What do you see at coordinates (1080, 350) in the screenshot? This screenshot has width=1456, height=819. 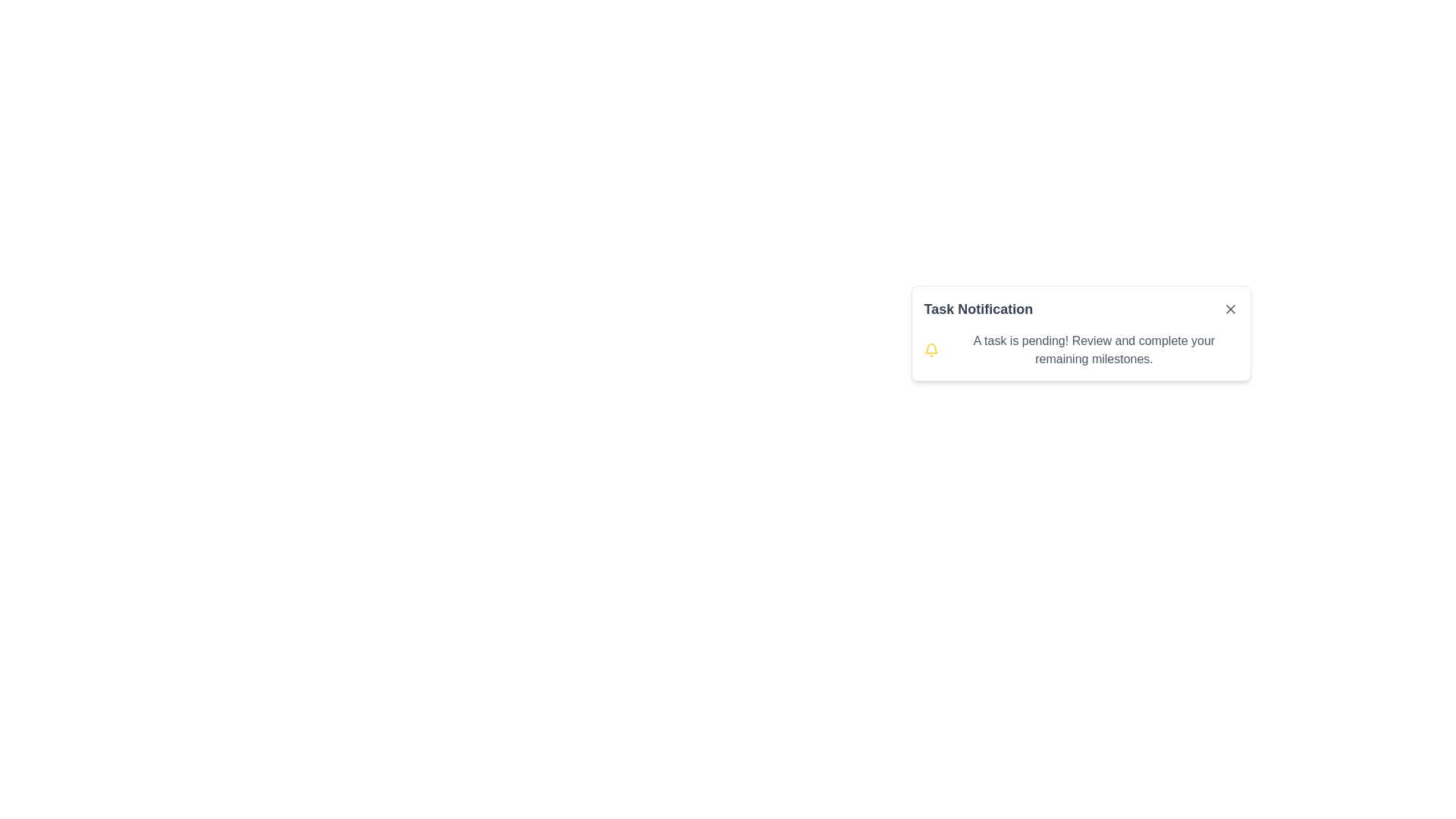 I see `information displayed in the Notification message with an icon, which is located below the title 'Task Notification' in the notification card` at bounding box center [1080, 350].